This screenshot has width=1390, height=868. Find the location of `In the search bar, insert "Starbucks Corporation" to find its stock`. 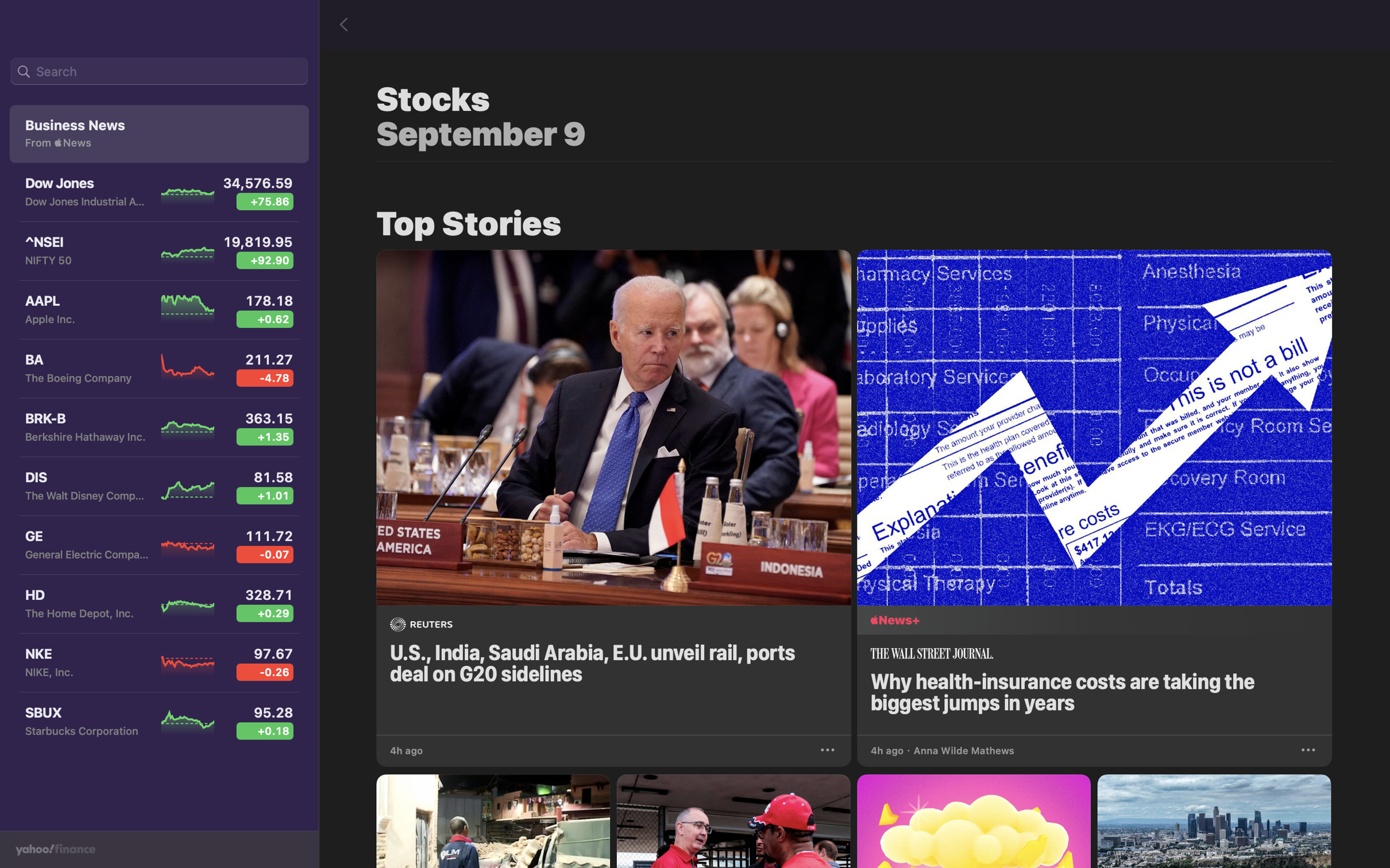

In the search bar, insert "Starbucks Corporation" to find its stock is located at coordinates (159, 72).